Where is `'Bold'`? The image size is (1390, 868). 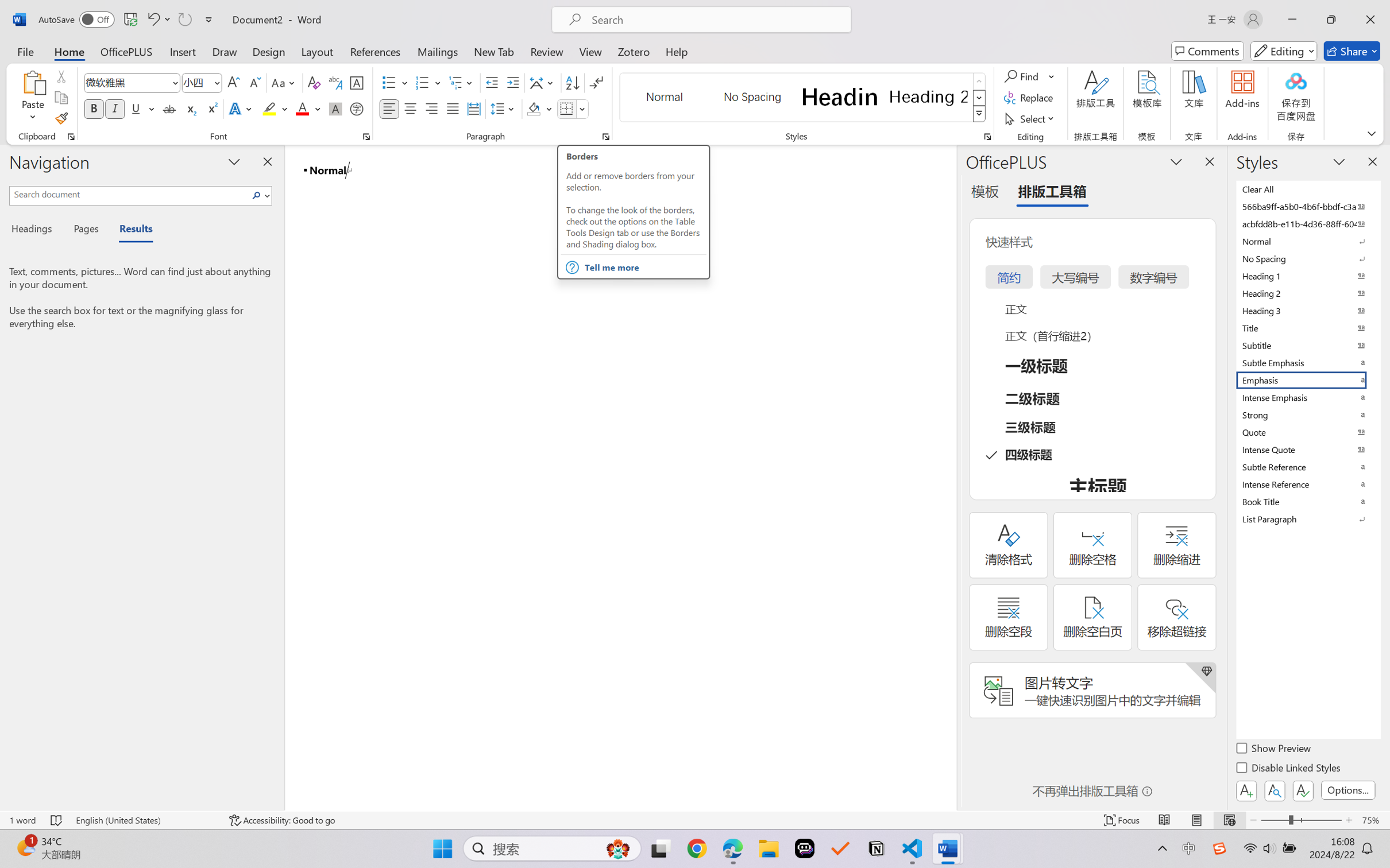 'Bold' is located at coordinates (94, 108).